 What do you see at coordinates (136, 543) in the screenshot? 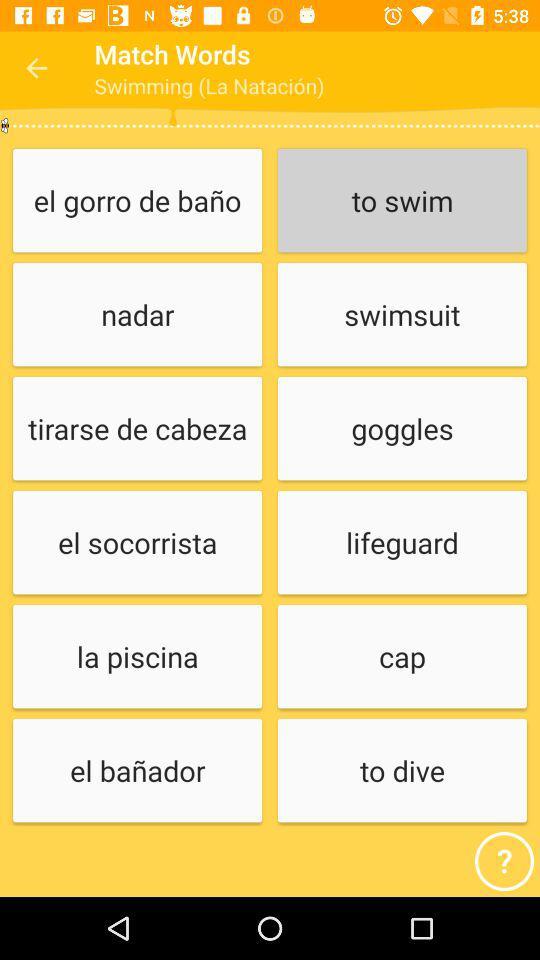
I see `the el socorrista` at bounding box center [136, 543].